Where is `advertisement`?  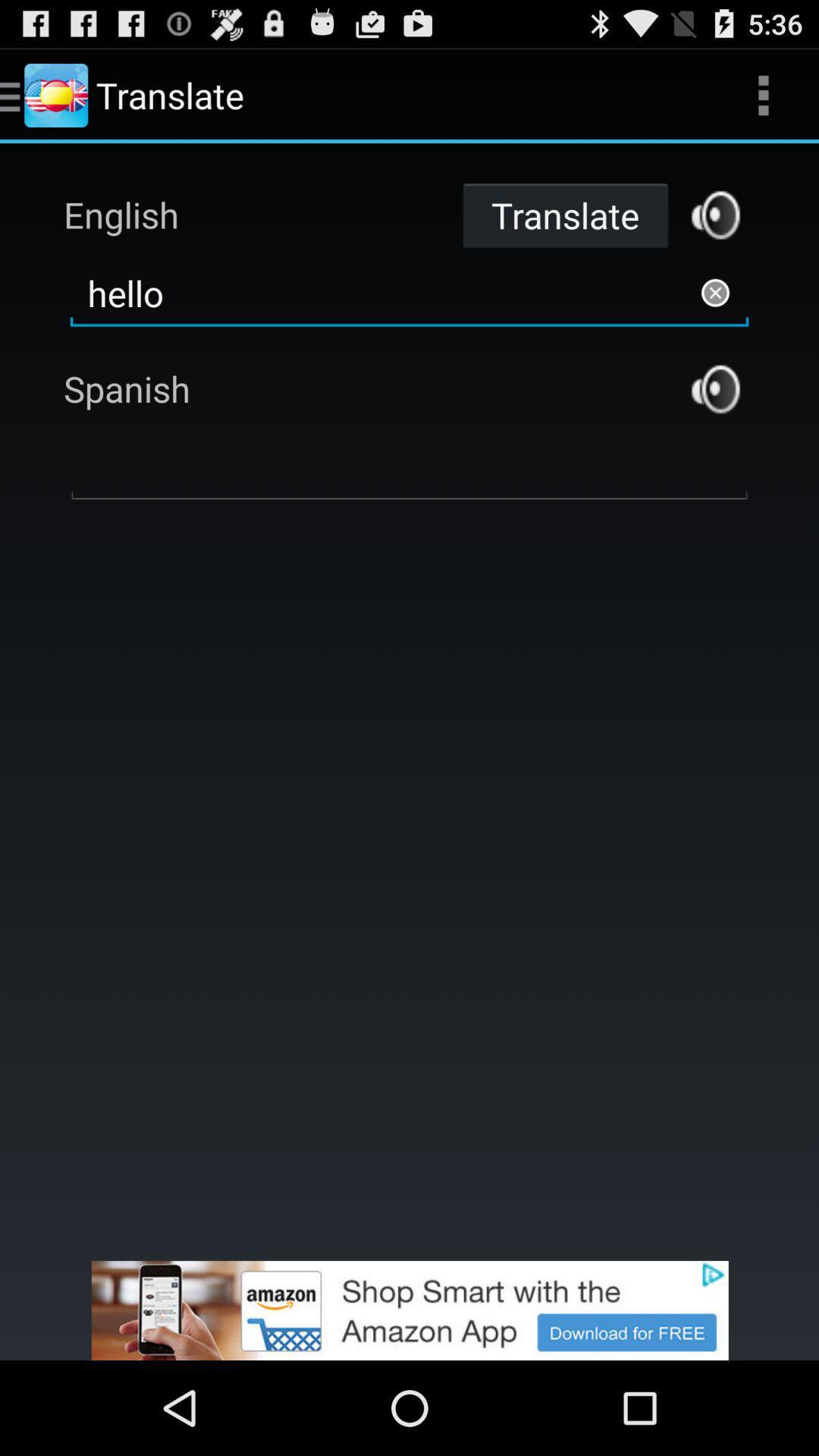 advertisement is located at coordinates (409, 1310).